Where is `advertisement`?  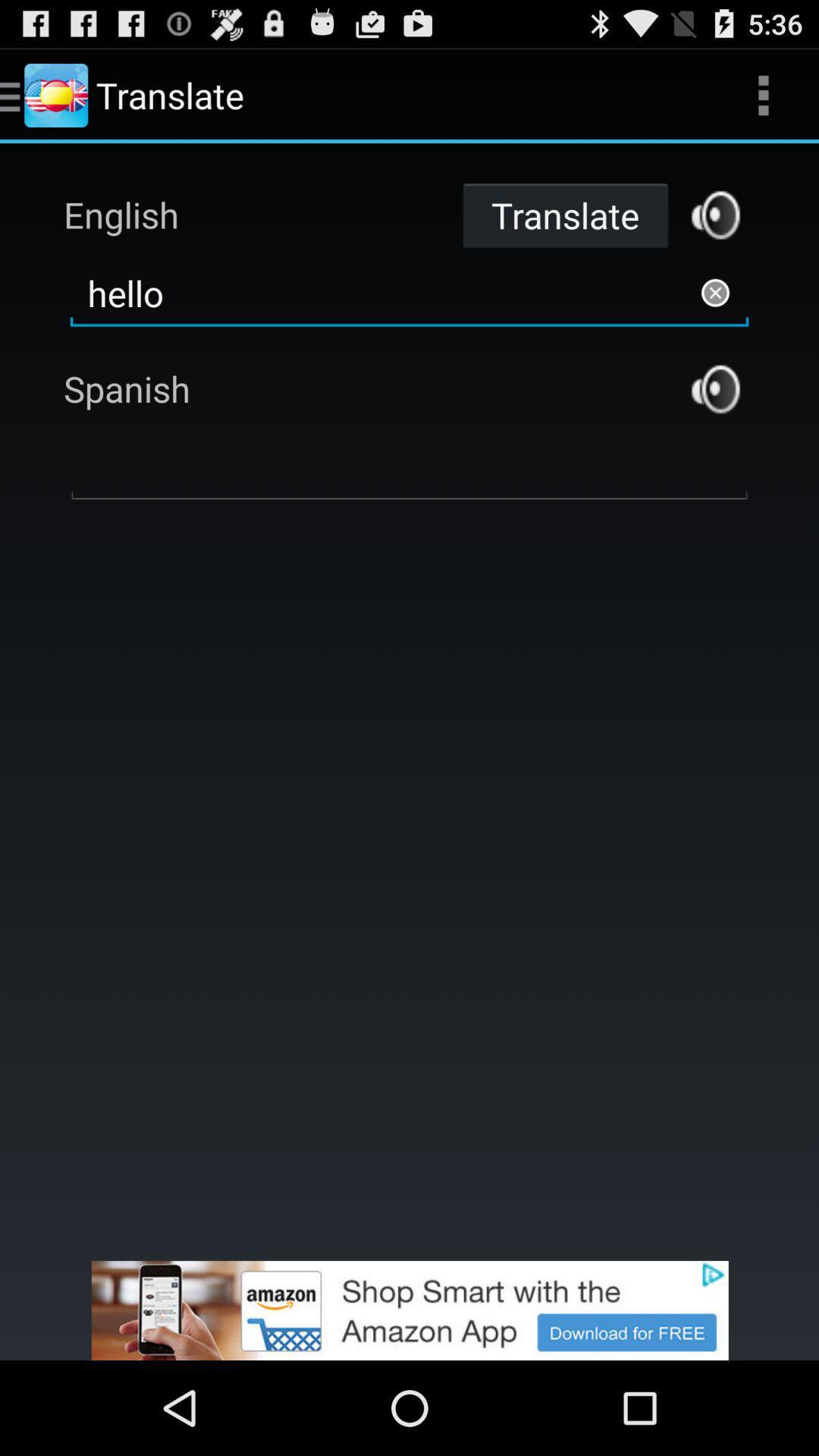 advertisement is located at coordinates (409, 1310).